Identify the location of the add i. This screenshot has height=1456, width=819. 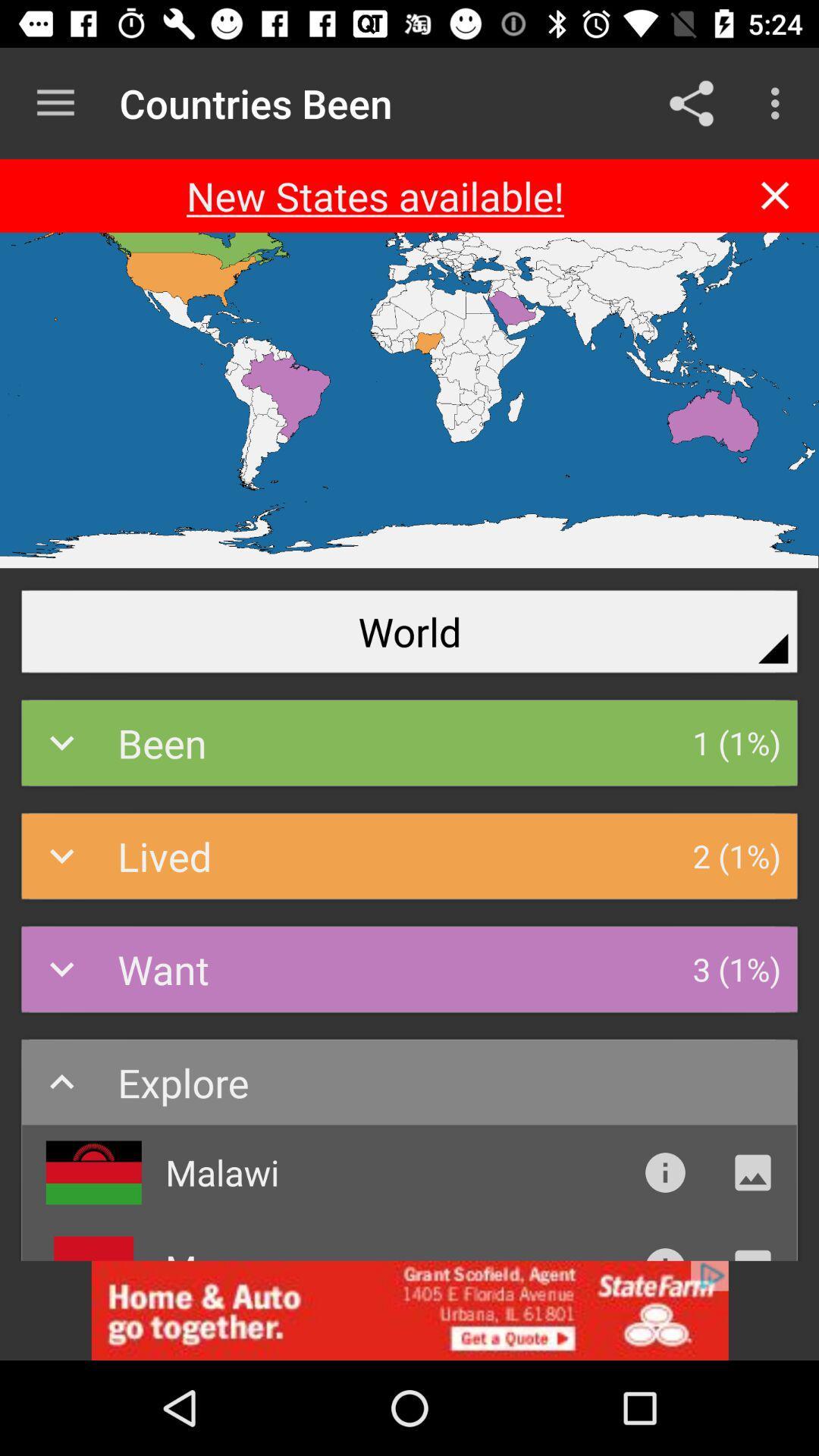
(409, 1310).